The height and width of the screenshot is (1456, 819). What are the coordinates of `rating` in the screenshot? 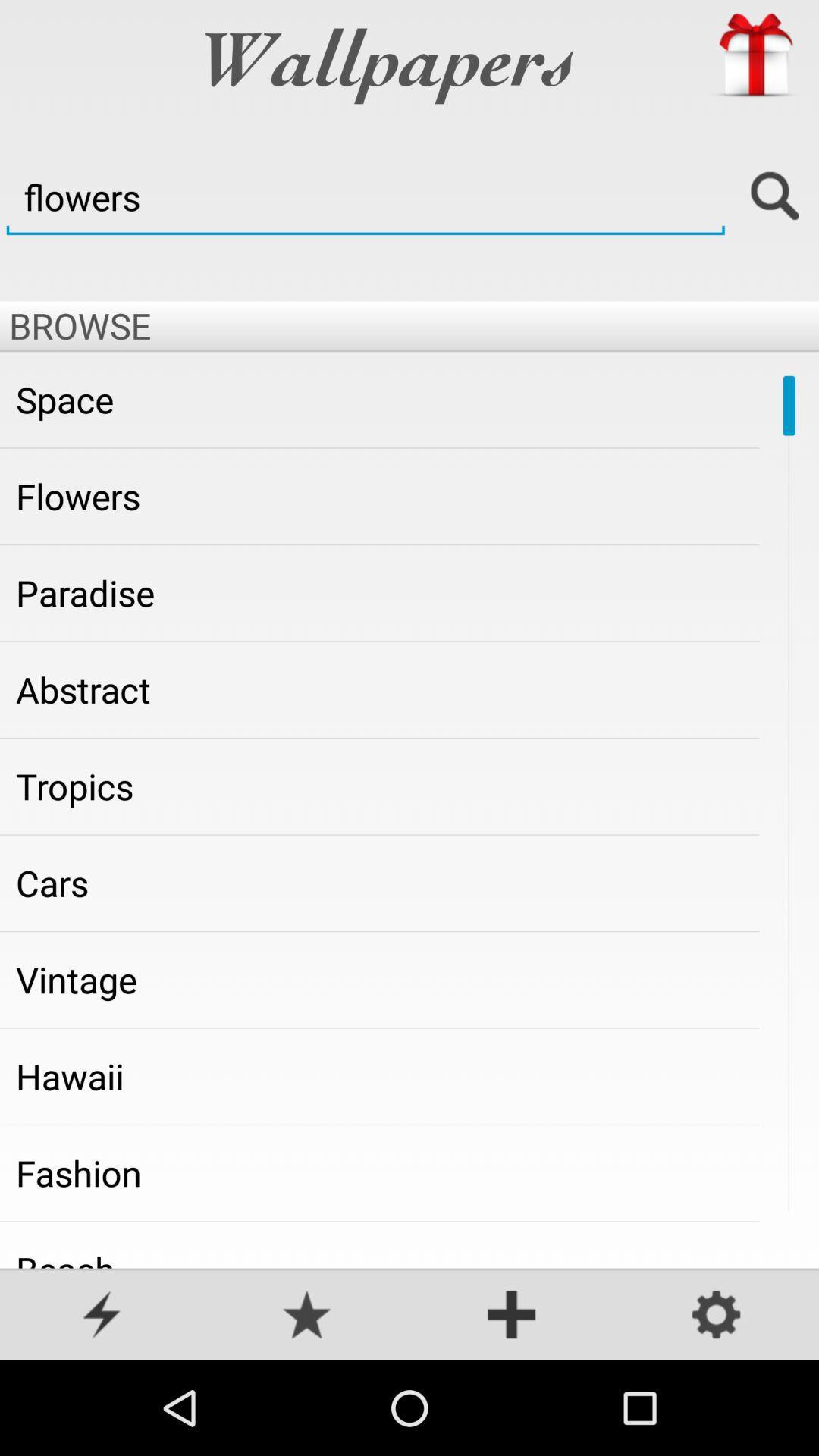 It's located at (307, 1316).